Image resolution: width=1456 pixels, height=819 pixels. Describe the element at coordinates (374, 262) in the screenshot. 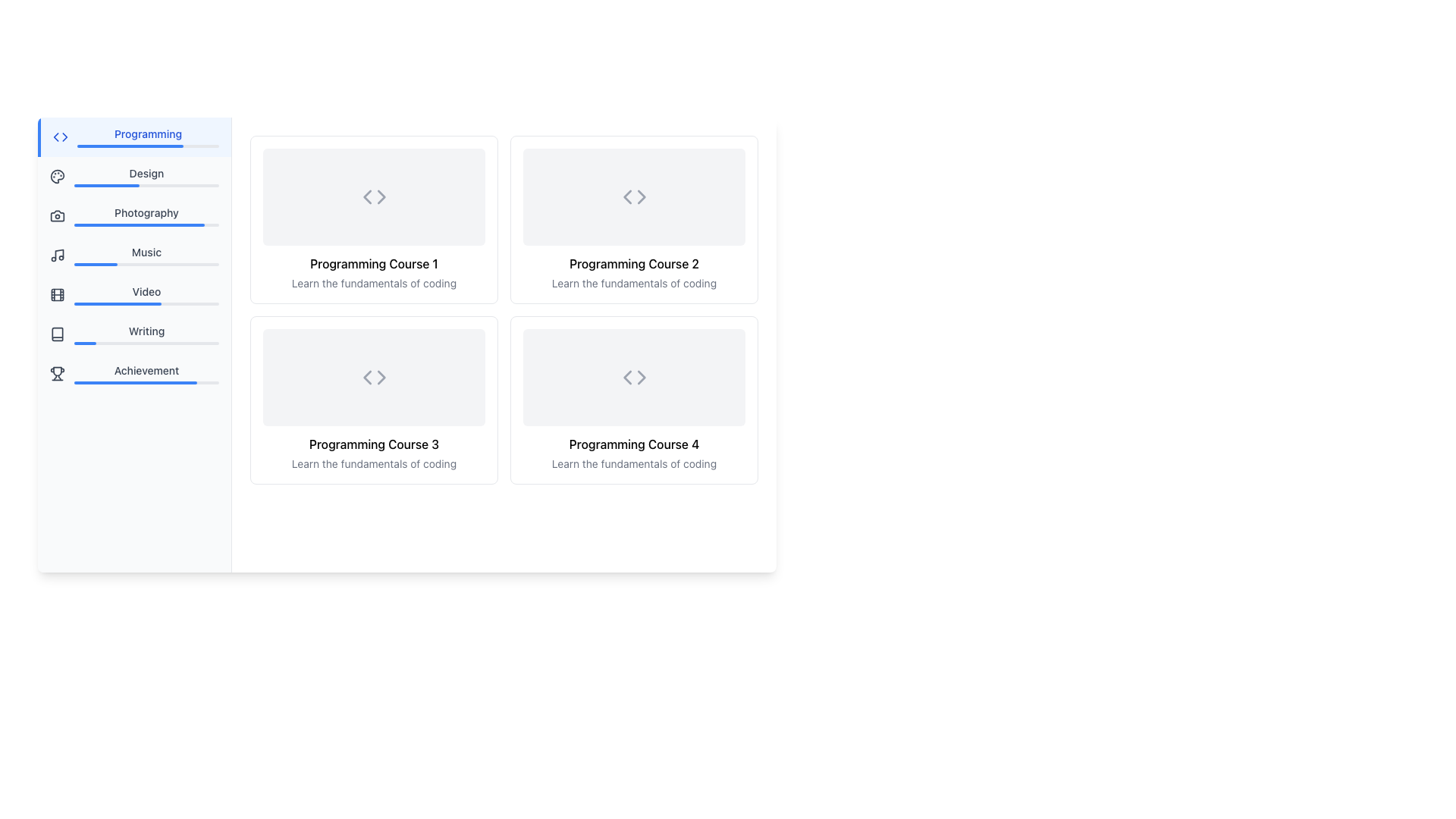

I see `title text displayed in the first course card, located near the lower section of the card, above the subtitle` at that location.